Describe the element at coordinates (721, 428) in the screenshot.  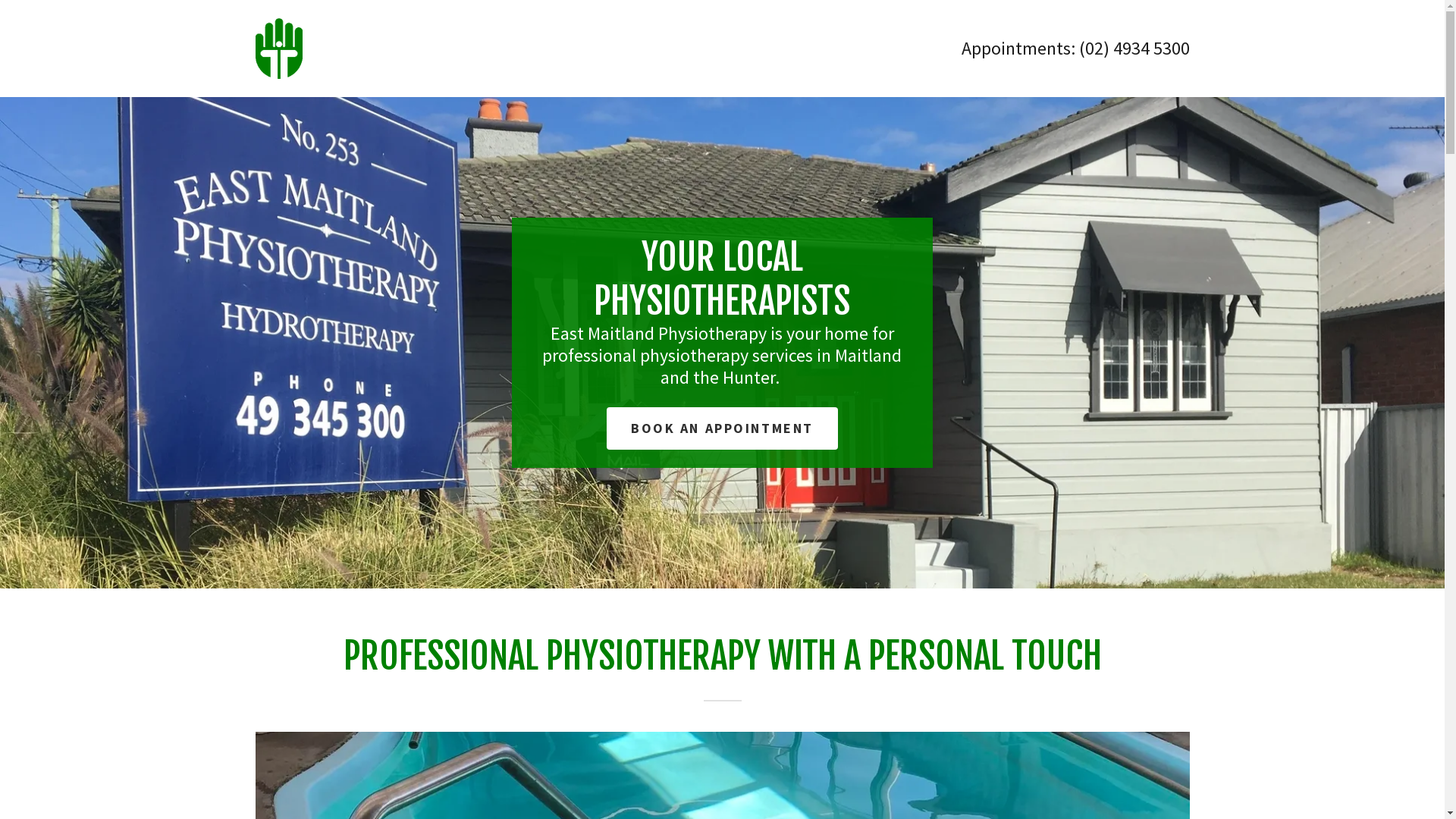
I see `'BOOK AN APPOINTMENT'` at that location.